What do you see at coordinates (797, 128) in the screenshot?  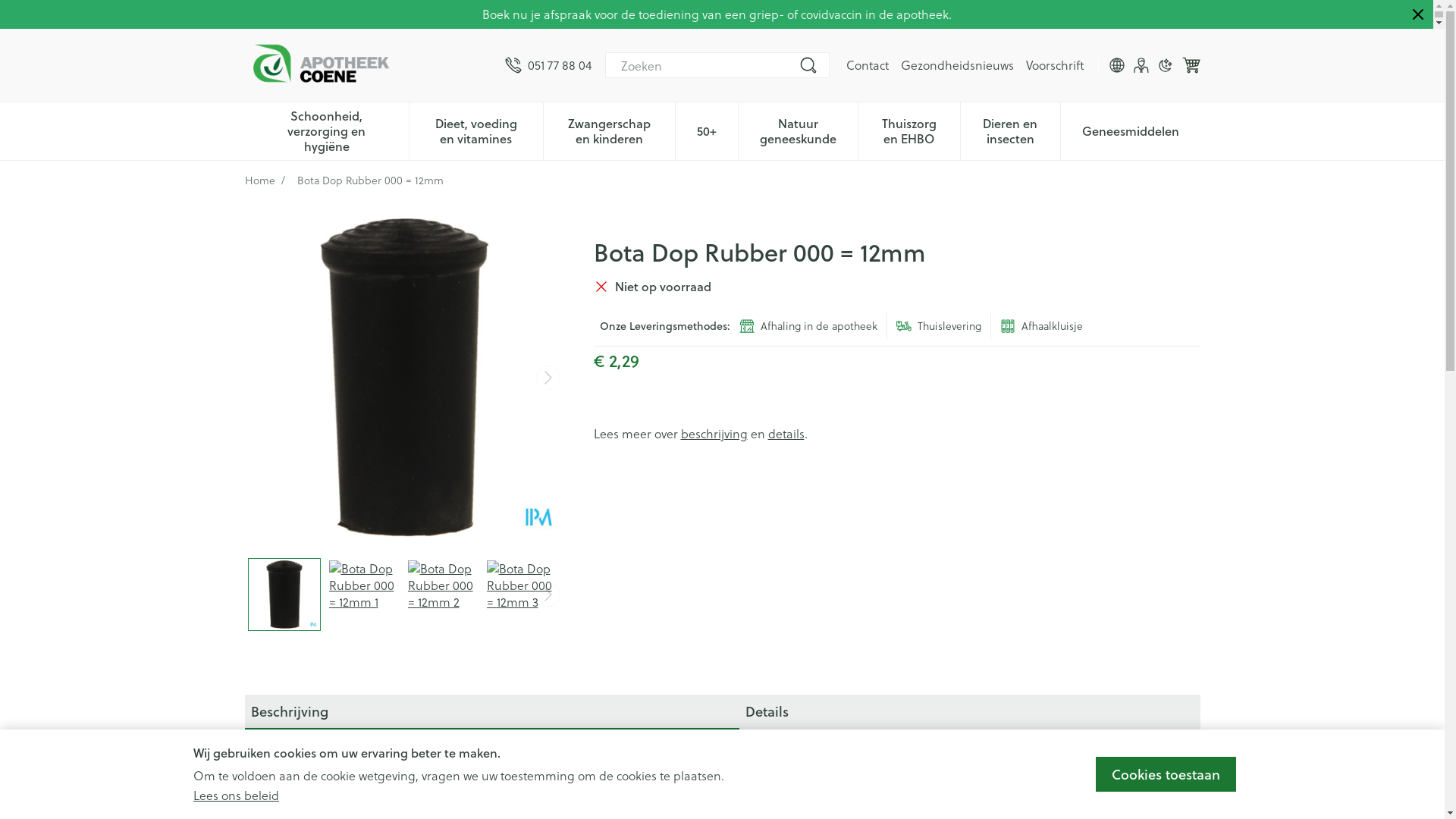 I see `'Natuur geneeskunde'` at bounding box center [797, 128].